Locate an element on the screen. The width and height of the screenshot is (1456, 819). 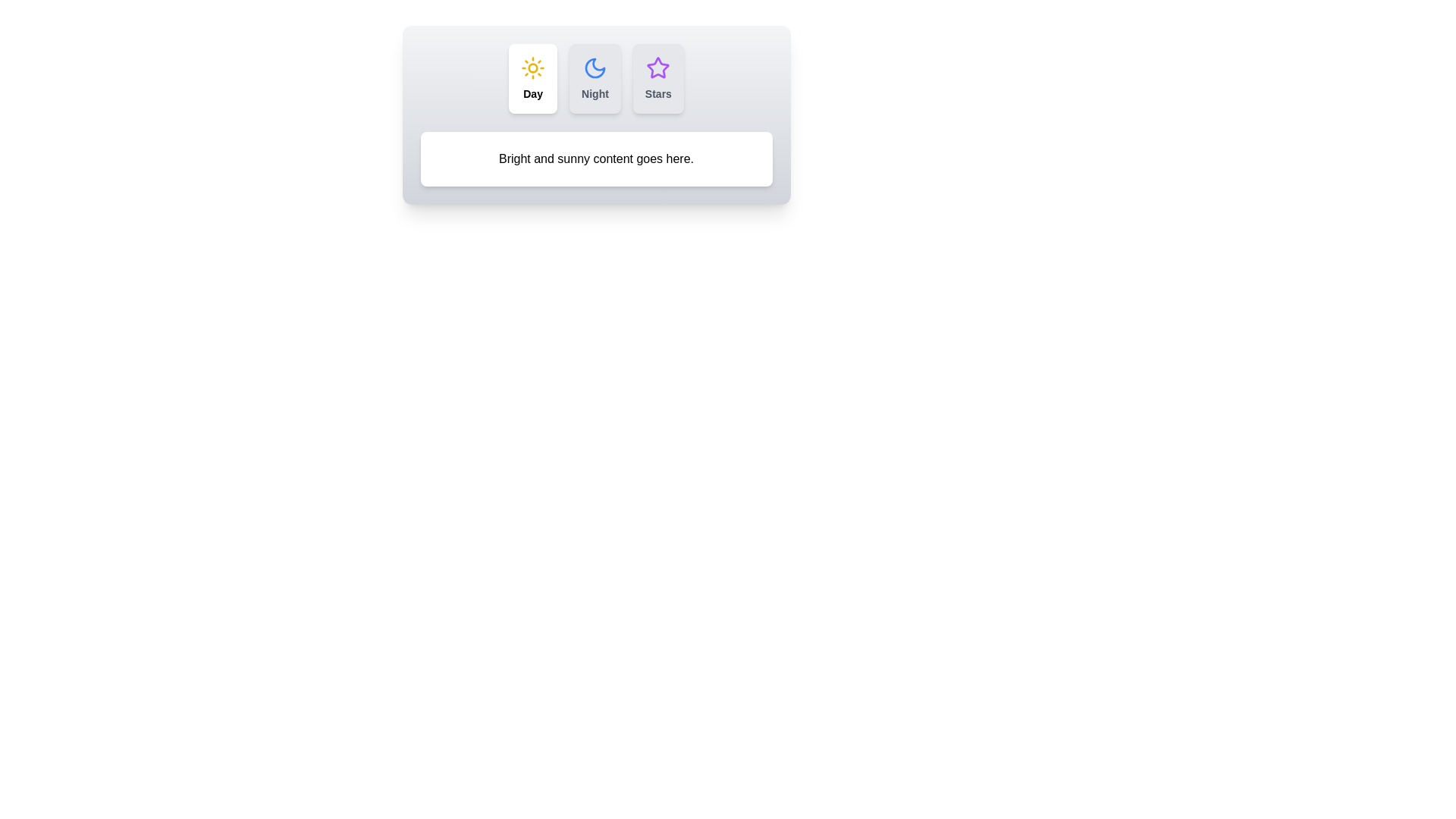
the tab labeled Stars to switch its content is located at coordinates (658, 79).